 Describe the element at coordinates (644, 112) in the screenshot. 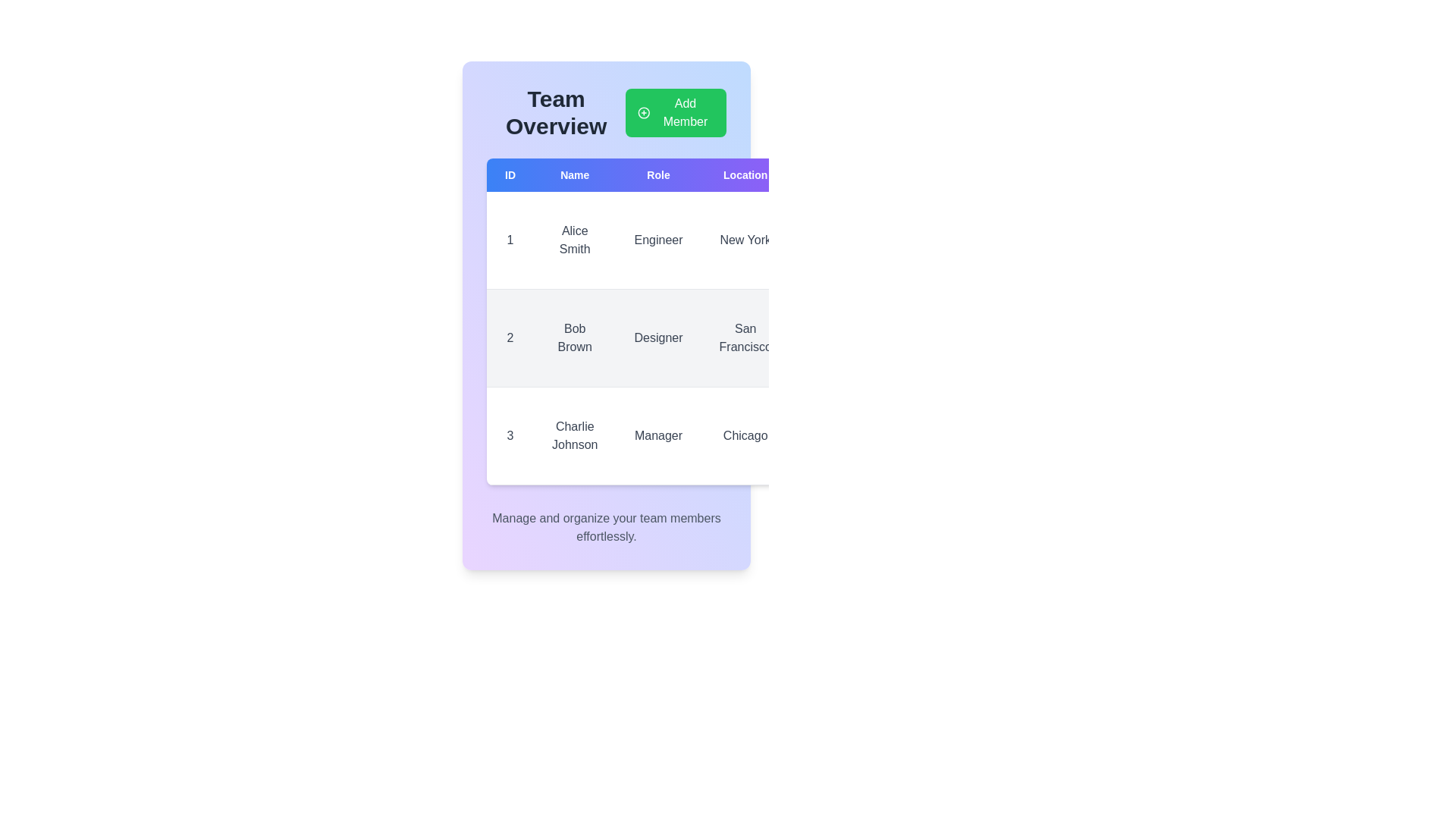

I see `the plus sign icon enclosed in a circle, which is located to the left side of the 'Add Member' button in the header section of the interface` at that location.